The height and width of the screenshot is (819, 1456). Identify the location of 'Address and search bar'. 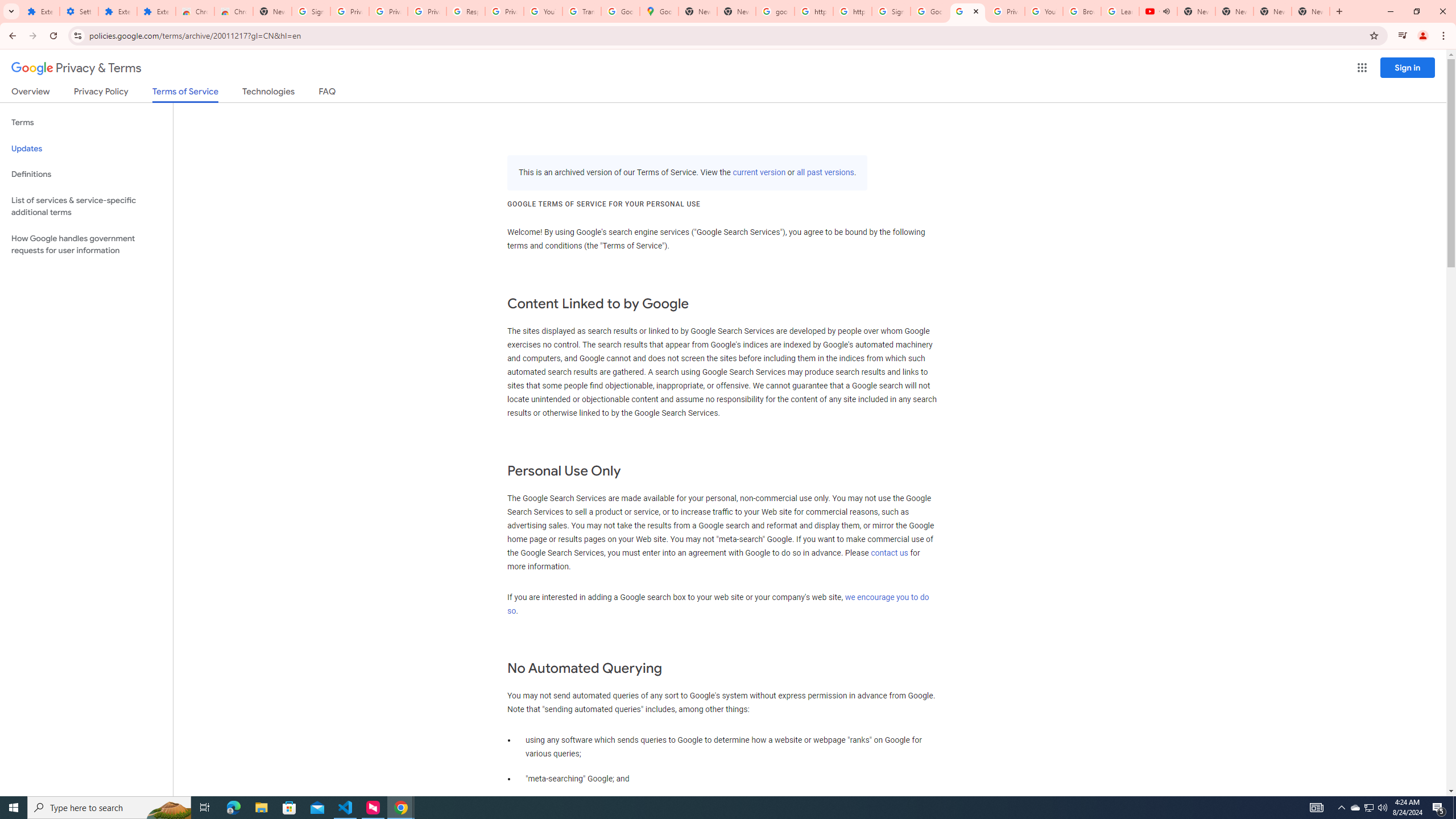
(725, 35).